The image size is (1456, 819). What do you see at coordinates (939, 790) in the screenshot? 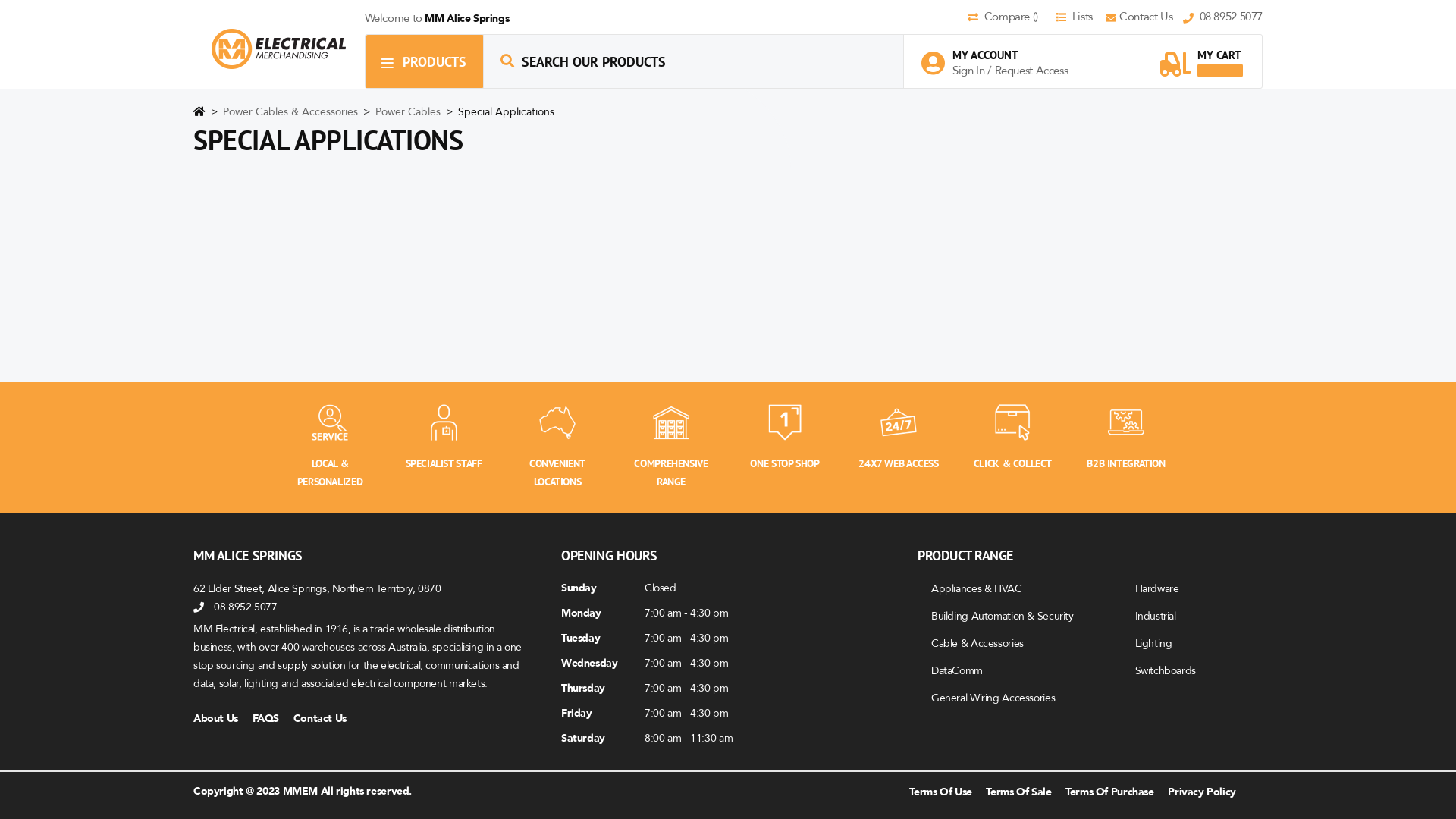
I see `'Terms Of Use'` at bounding box center [939, 790].